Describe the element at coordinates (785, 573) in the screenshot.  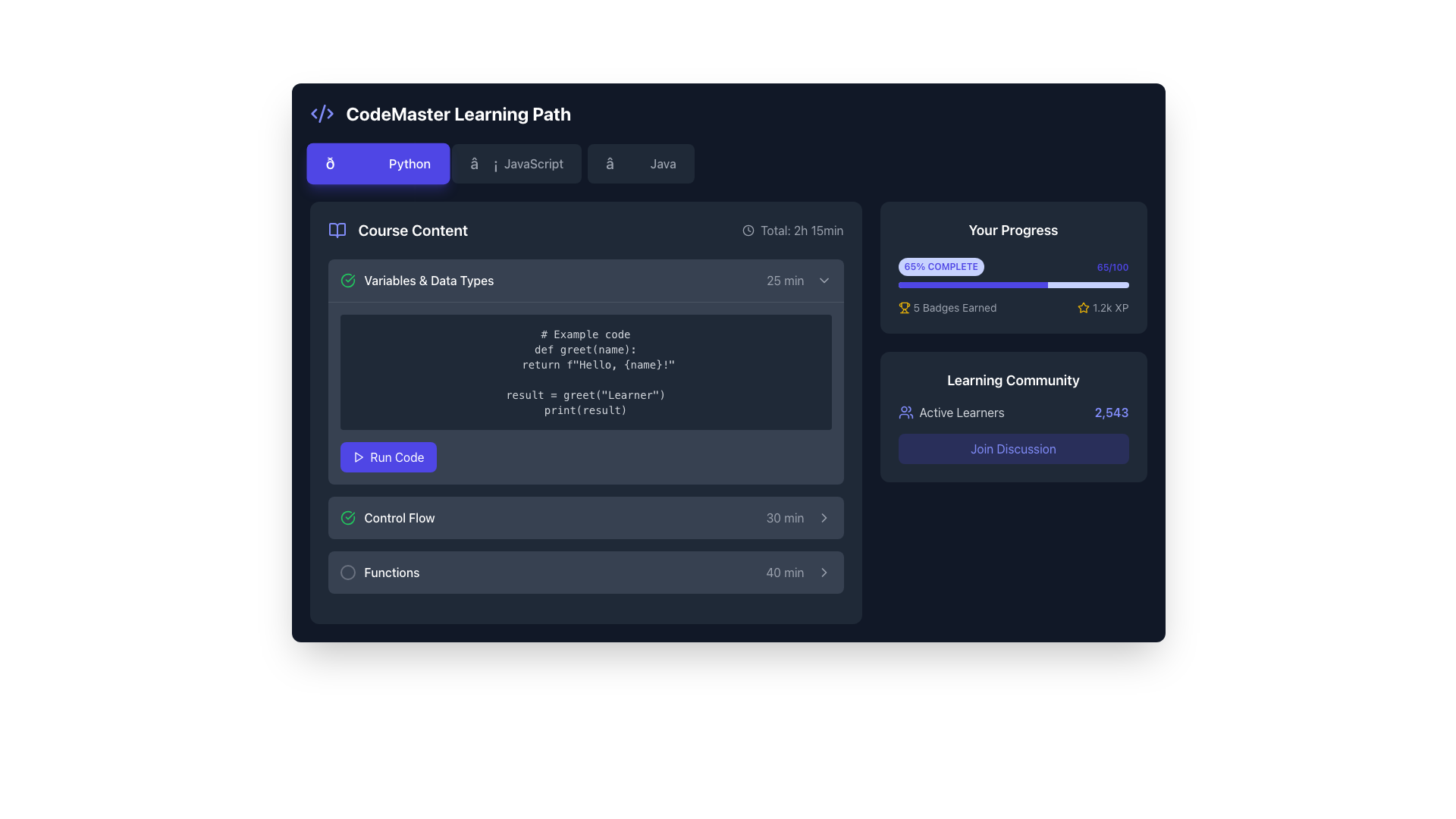
I see `the text label displaying '40 min' in a light gray font, located next to a rightward arrow icon in the bottom-right corner of the Functions section within the Course Content panel` at that location.